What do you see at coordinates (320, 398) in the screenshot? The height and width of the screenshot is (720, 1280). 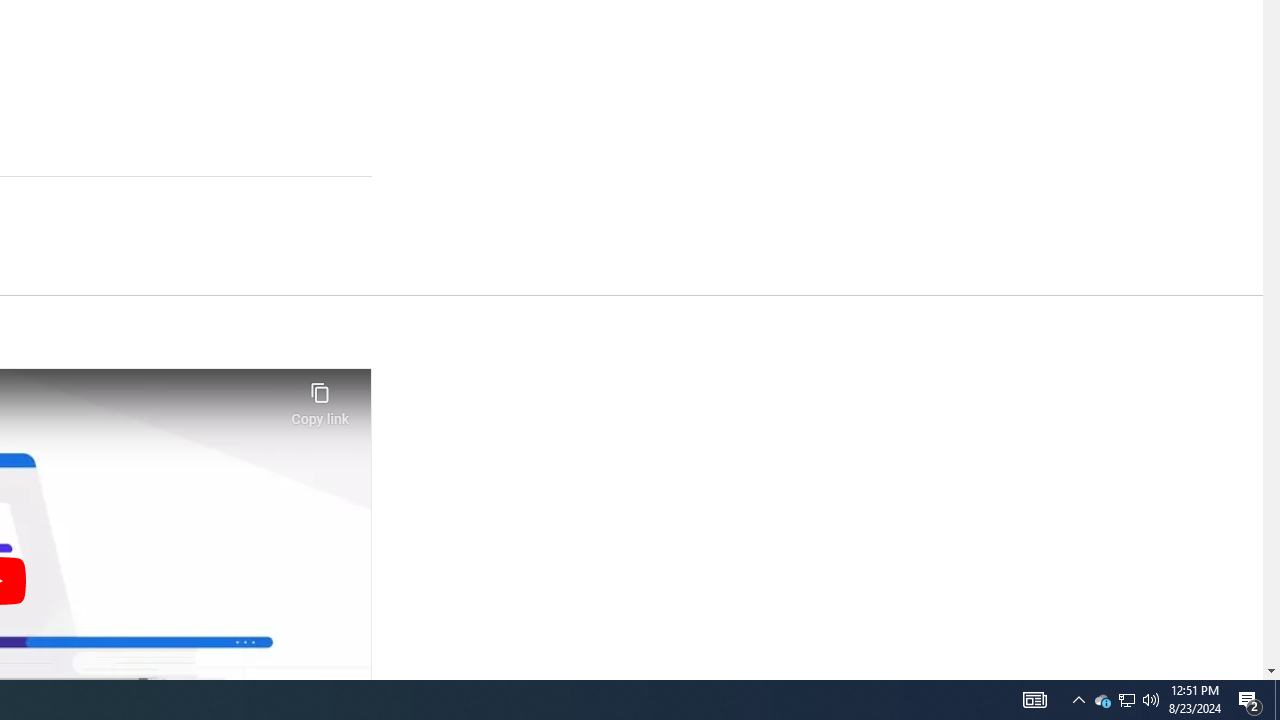 I see `'Copy link'` at bounding box center [320, 398].